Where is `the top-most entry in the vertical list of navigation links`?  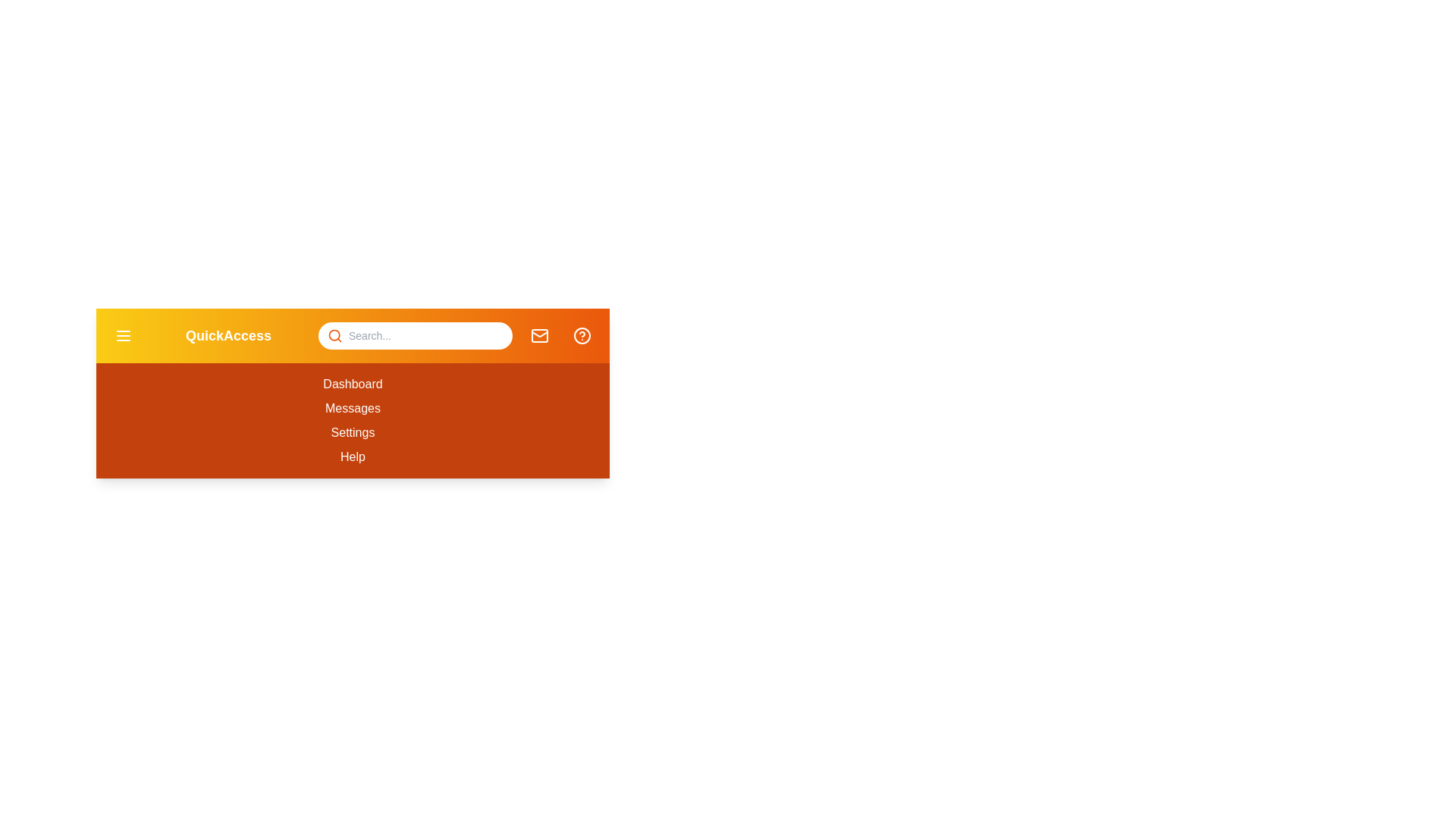 the top-most entry in the vertical list of navigation links is located at coordinates (352, 383).